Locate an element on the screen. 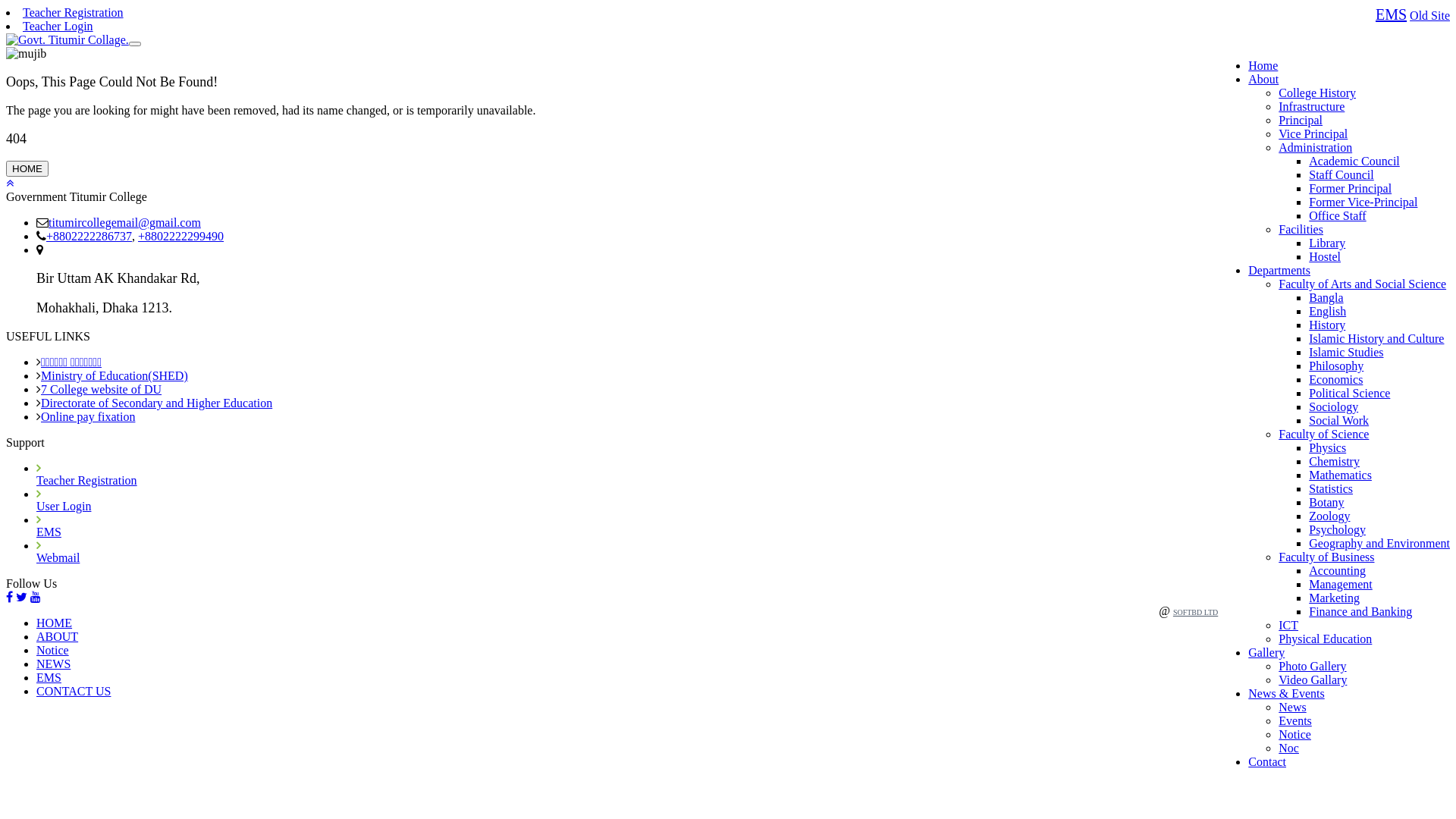  'User Login' is located at coordinates (36, 506).